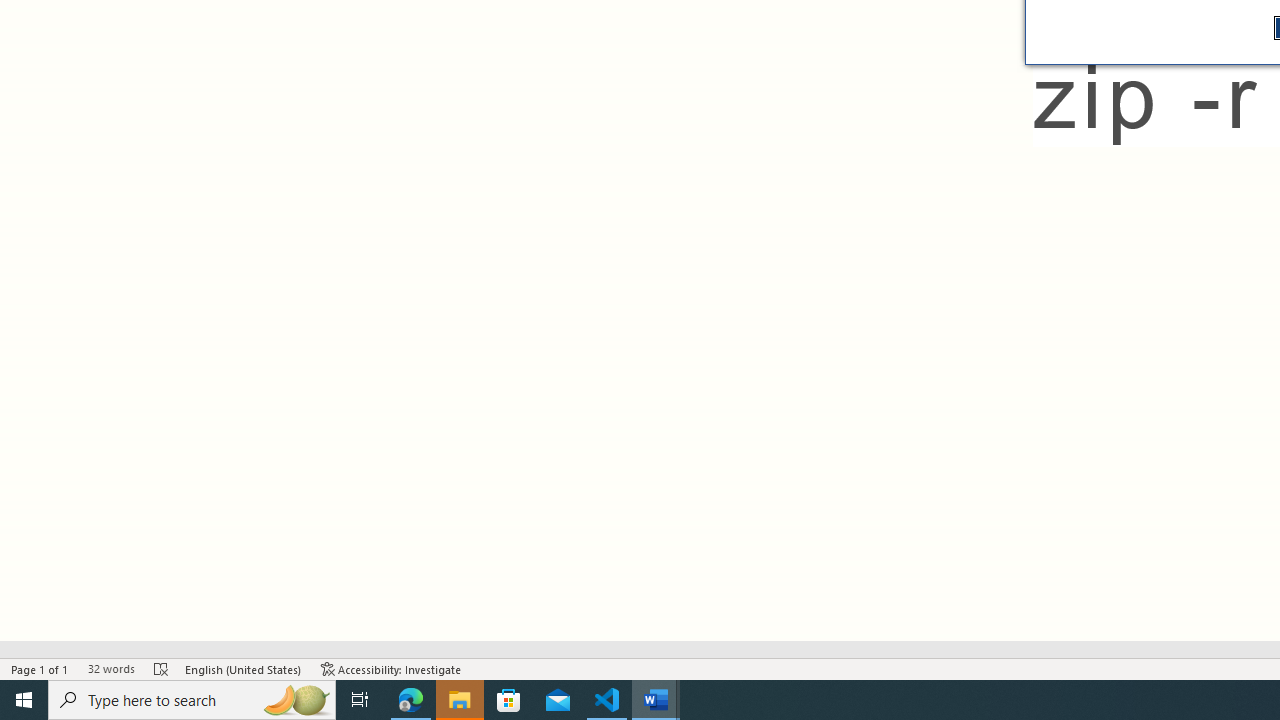 This screenshot has height=720, width=1280. I want to click on 'Spelling and Grammar Check Errors', so click(161, 669).